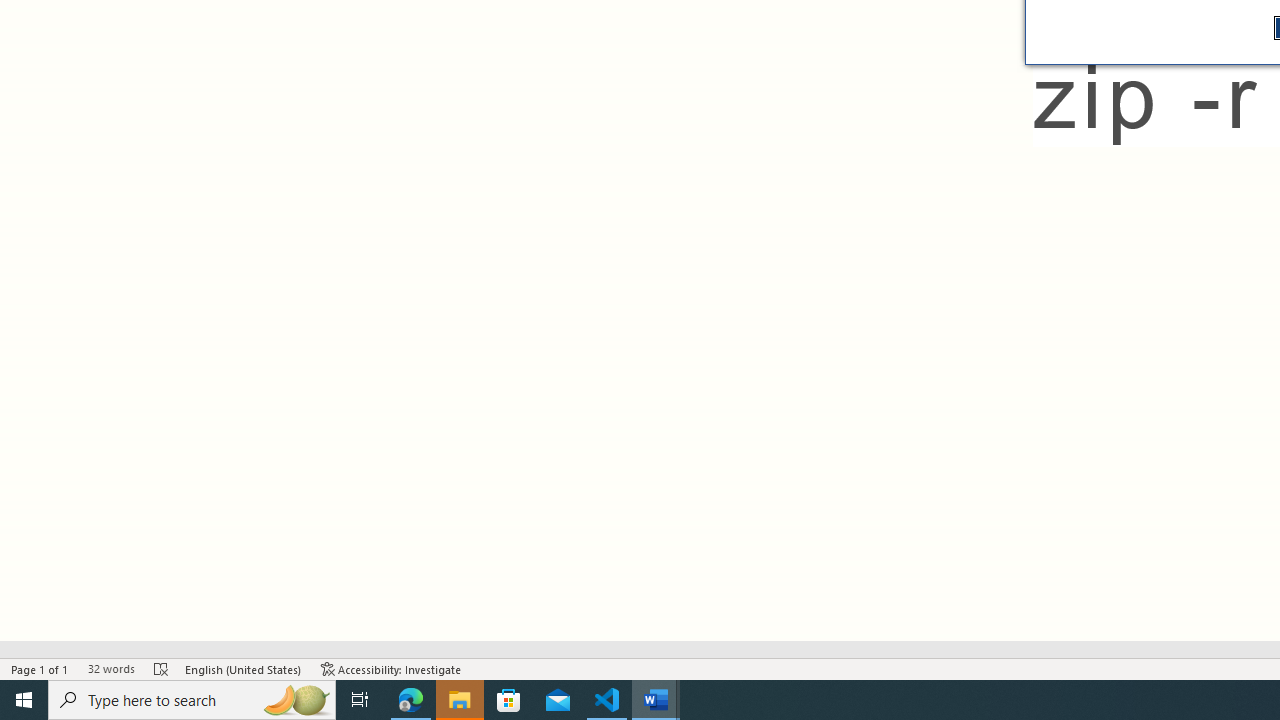 This screenshot has height=720, width=1280. I want to click on 'Spelling and Grammar Check Errors', so click(161, 669).